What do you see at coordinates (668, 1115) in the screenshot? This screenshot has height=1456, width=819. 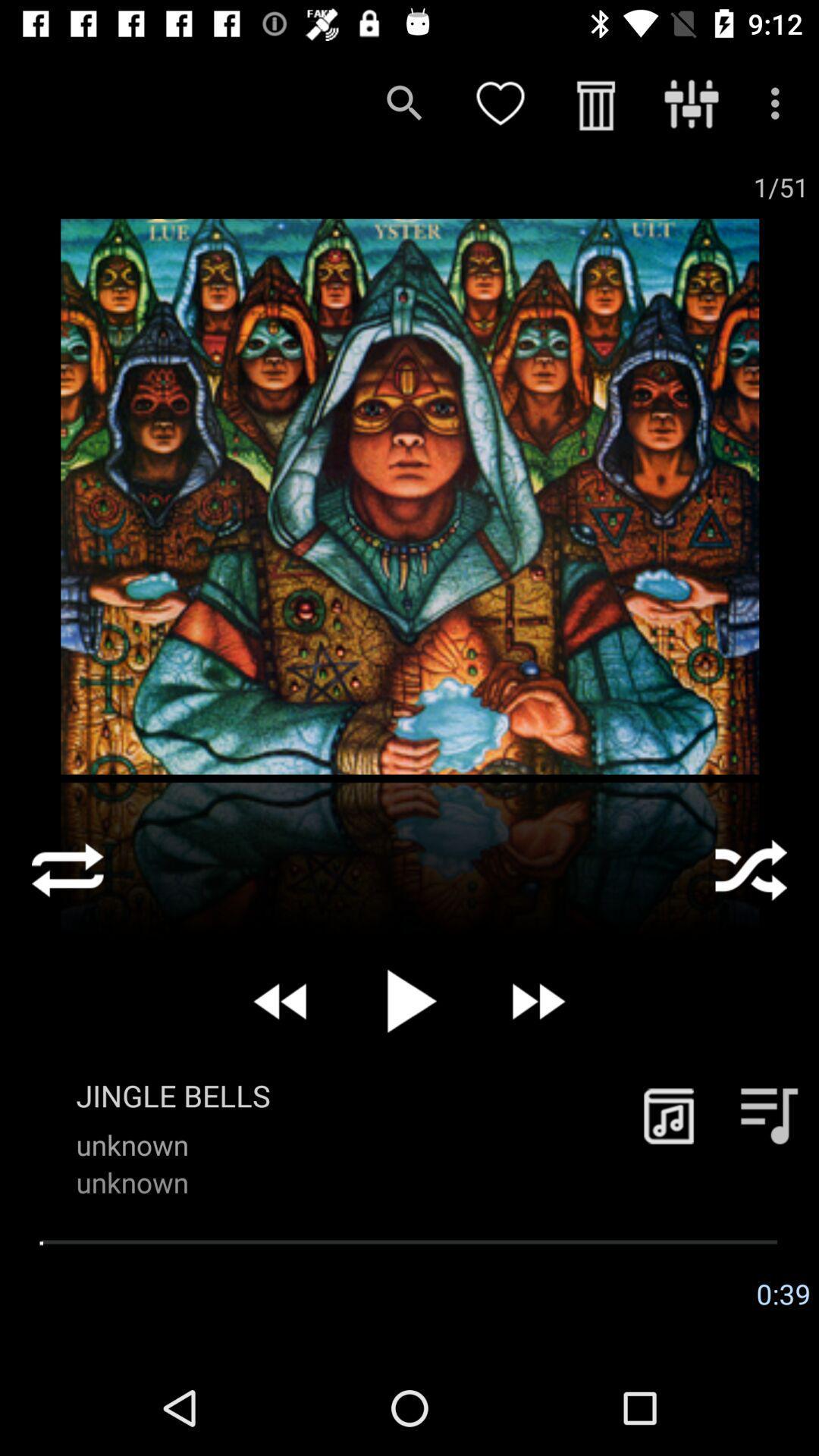 I see `the music icon` at bounding box center [668, 1115].